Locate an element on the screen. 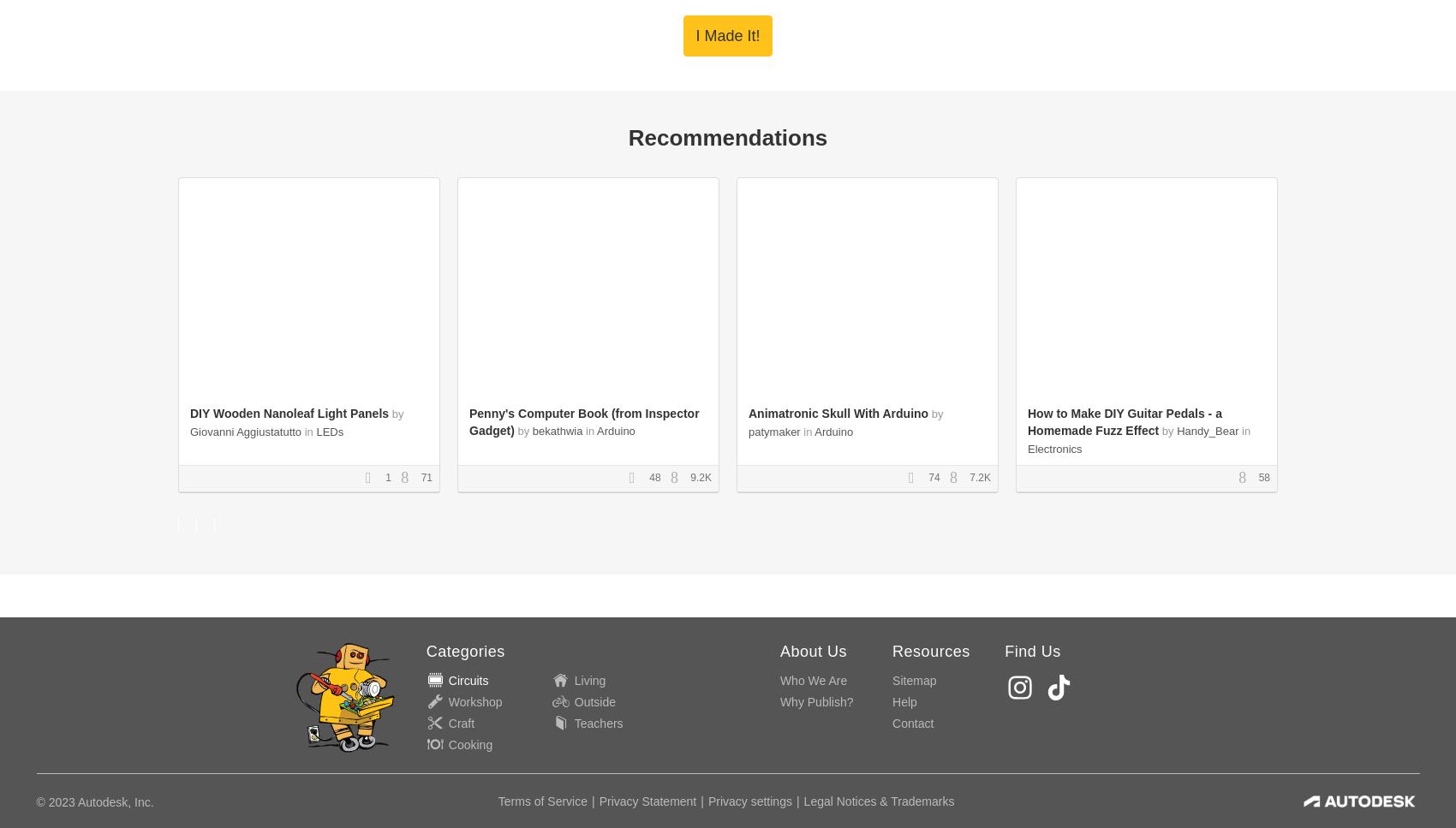 The width and height of the screenshot is (1456, 828). 'Legal Notices & Trademarks' is located at coordinates (877, 800).